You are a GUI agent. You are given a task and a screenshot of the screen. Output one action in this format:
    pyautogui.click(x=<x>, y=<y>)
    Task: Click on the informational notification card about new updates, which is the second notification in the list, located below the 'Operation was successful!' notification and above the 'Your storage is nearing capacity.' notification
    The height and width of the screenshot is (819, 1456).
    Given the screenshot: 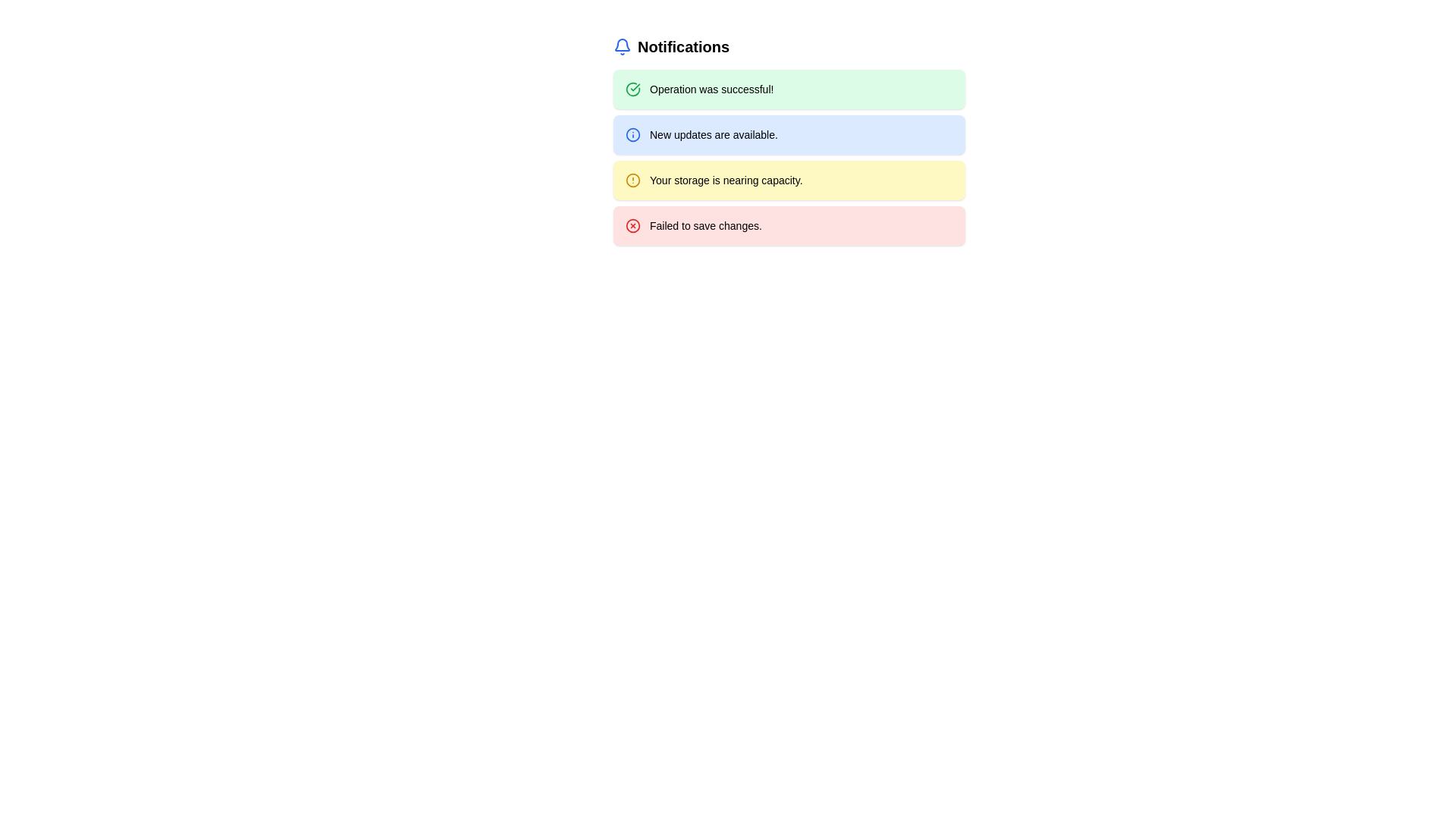 What is the action you would take?
    pyautogui.click(x=789, y=140)
    